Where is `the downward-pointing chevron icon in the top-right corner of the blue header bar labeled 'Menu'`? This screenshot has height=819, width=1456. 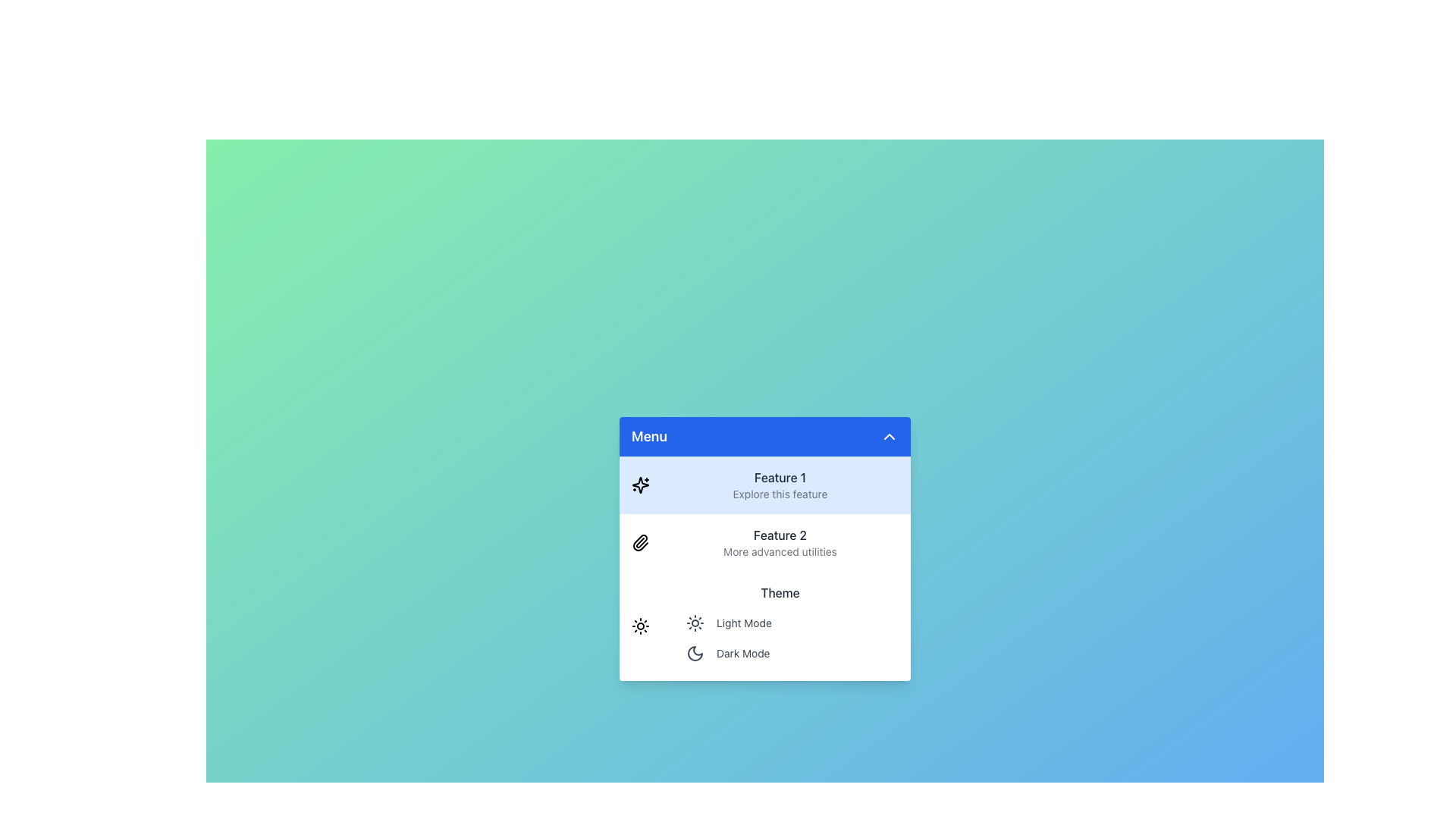 the downward-pointing chevron icon in the top-right corner of the blue header bar labeled 'Menu' is located at coordinates (889, 436).